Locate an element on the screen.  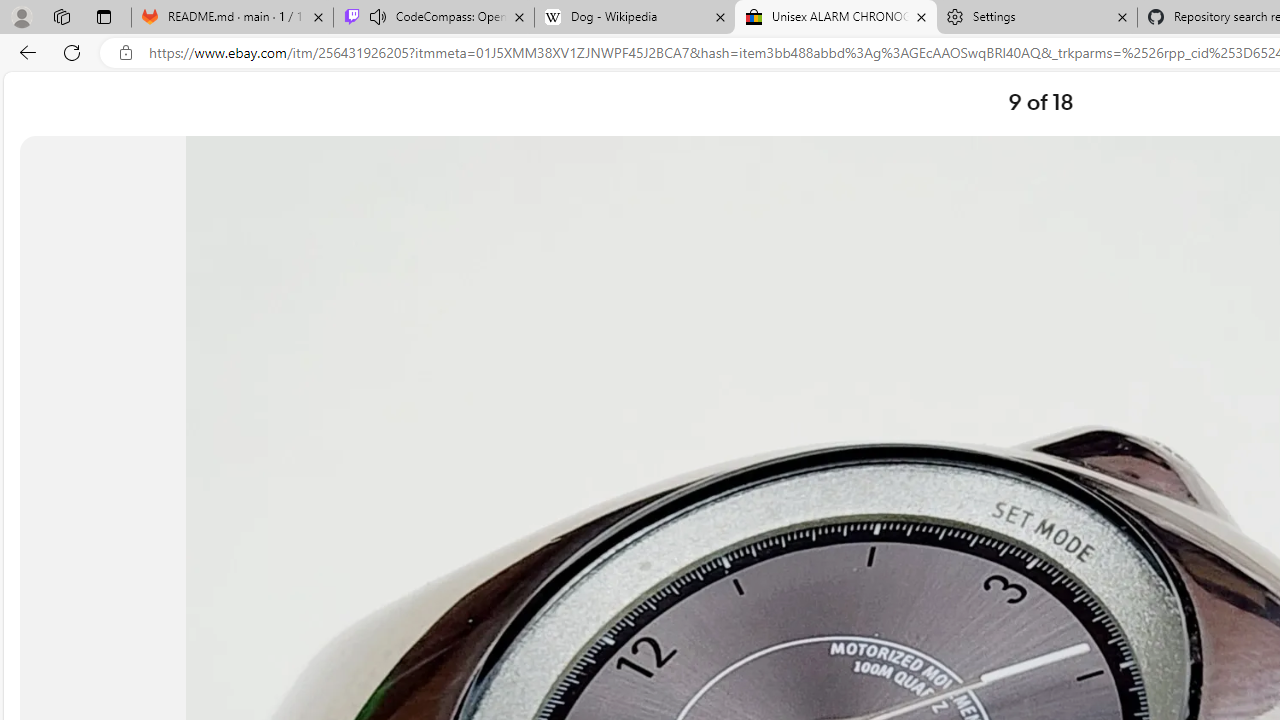
'Personal Profile' is located at coordinates (21, 16).